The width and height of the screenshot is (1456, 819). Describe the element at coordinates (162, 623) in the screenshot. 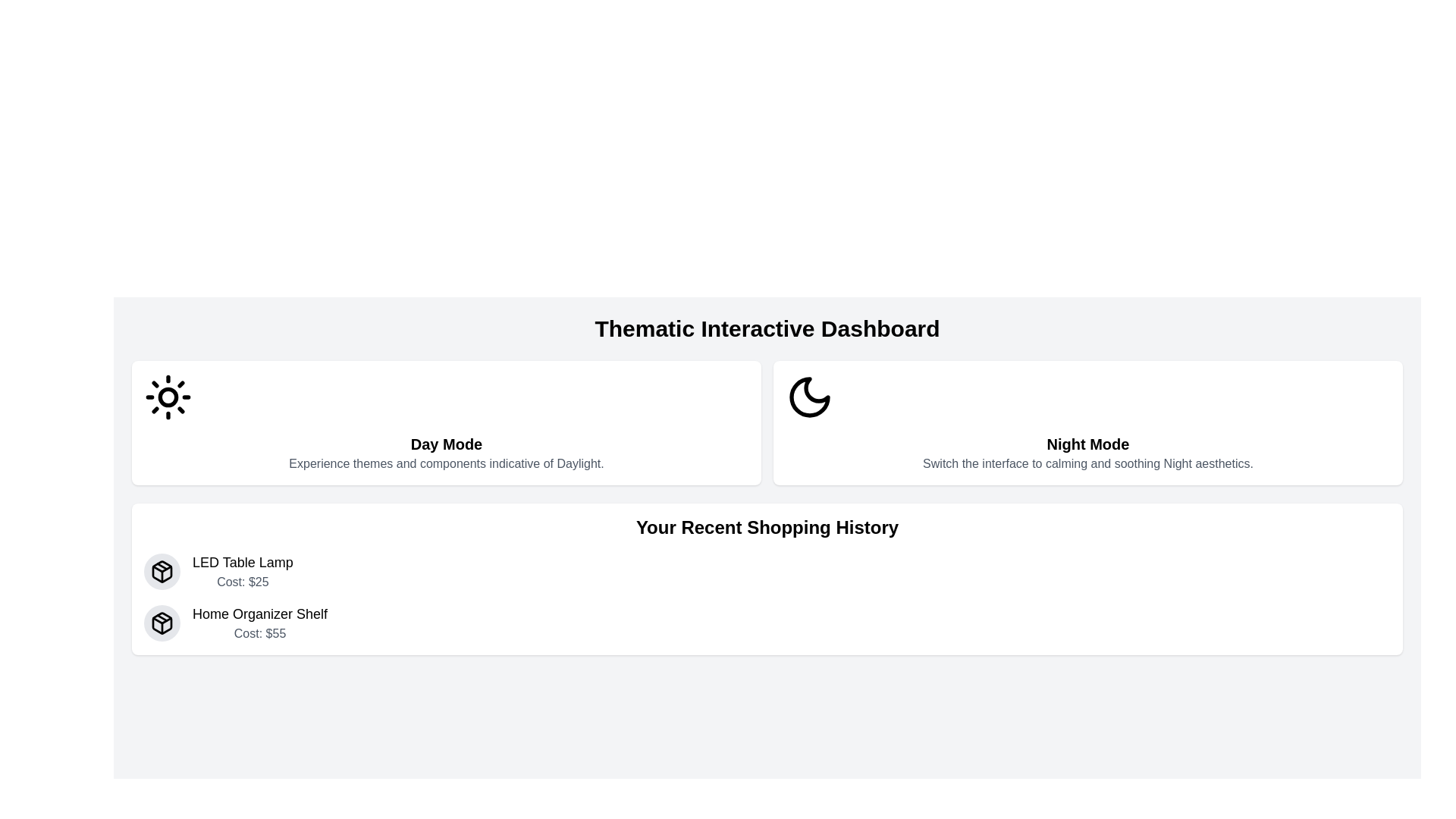

I see `the circular icon with a light gray background and a black outlined package symbol located in the shopping history section, to the left of the text 'Home Organizer Shelf' and 'Cost: $55'` at that location.